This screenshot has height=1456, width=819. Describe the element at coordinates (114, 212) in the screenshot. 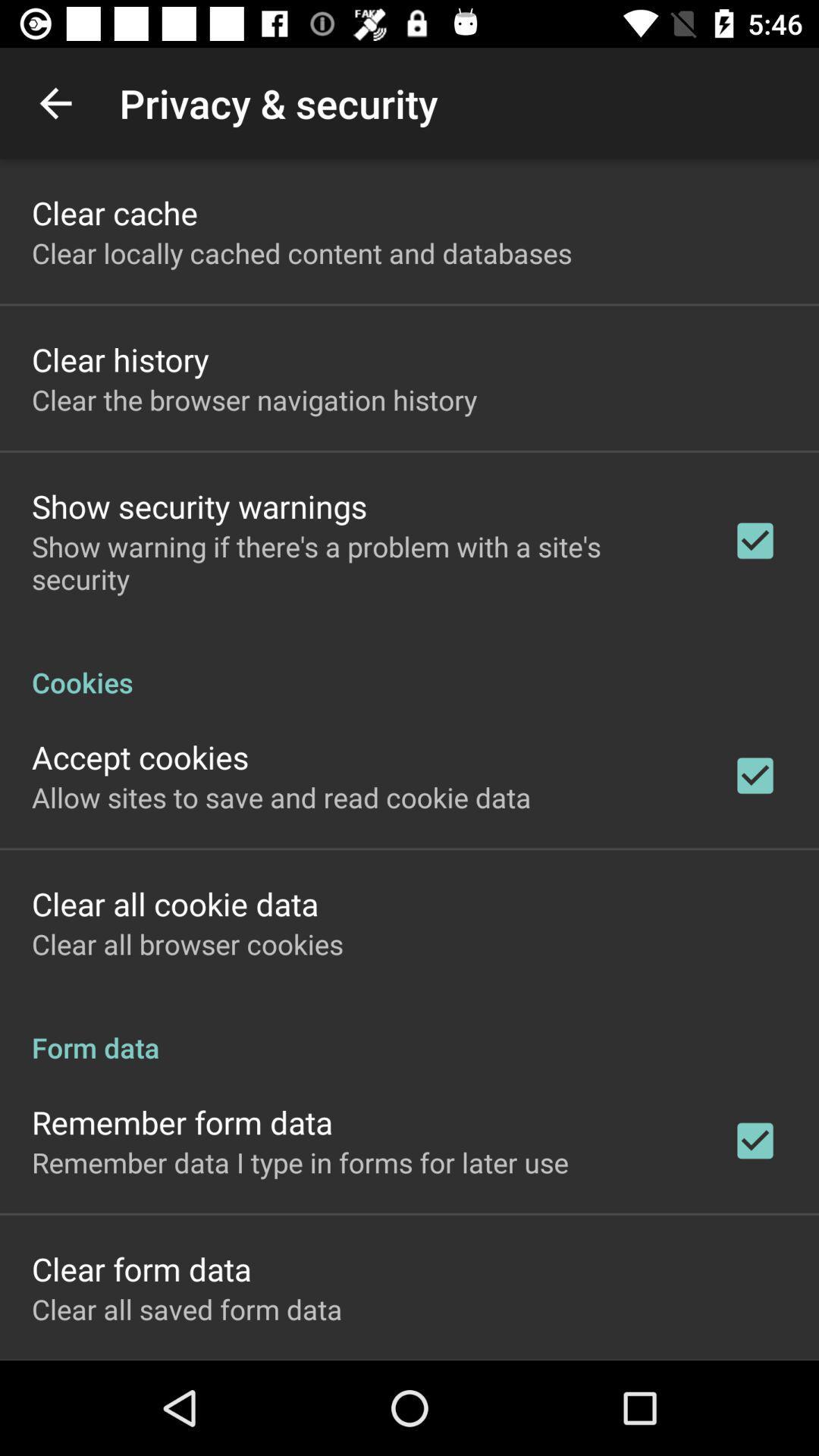

I see `the clear cache app` at that location.